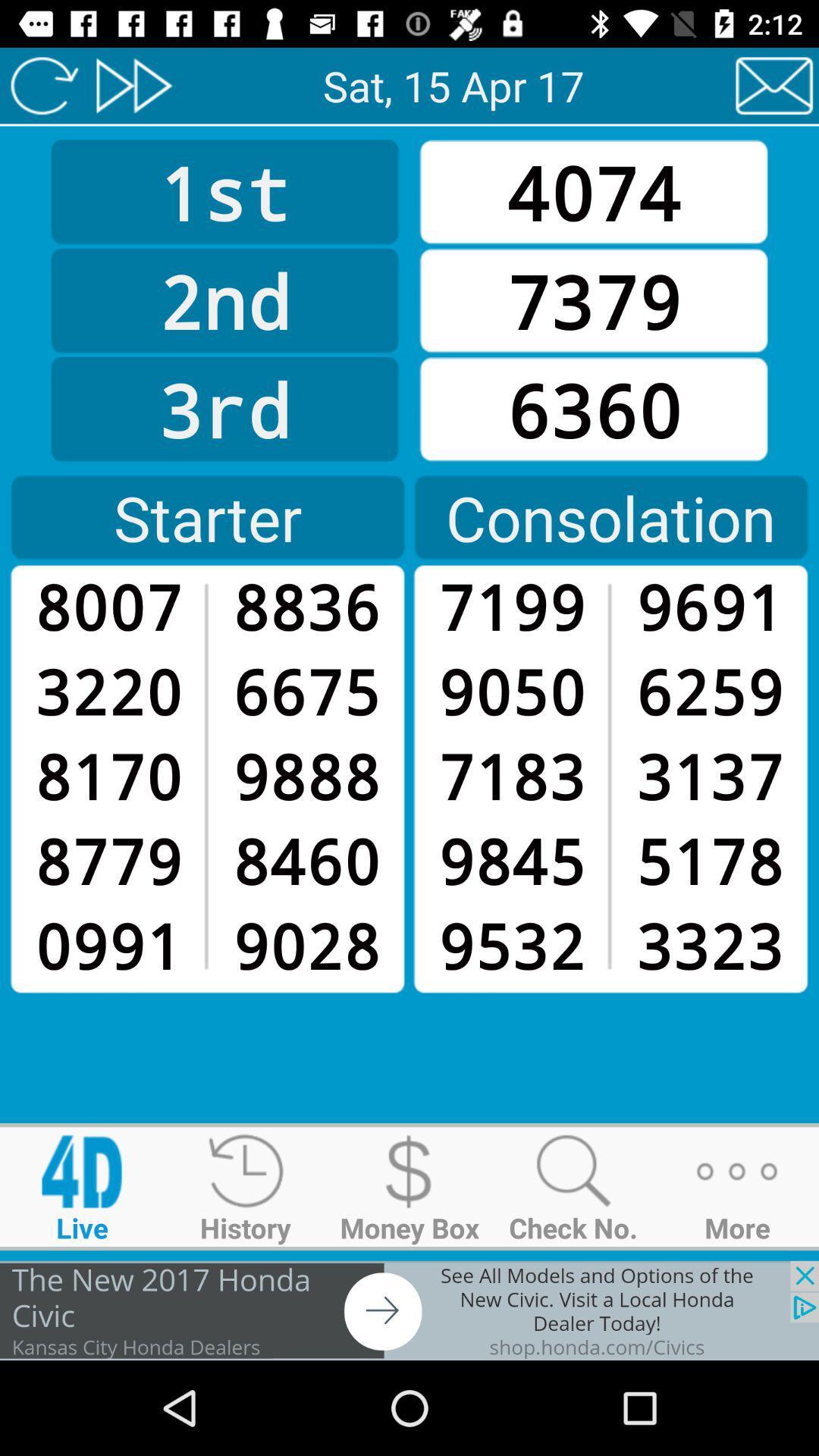  What do you see at coordinates (774, 85) in the screenshot?
I see `the email icon` at bounding box center [774, 85].